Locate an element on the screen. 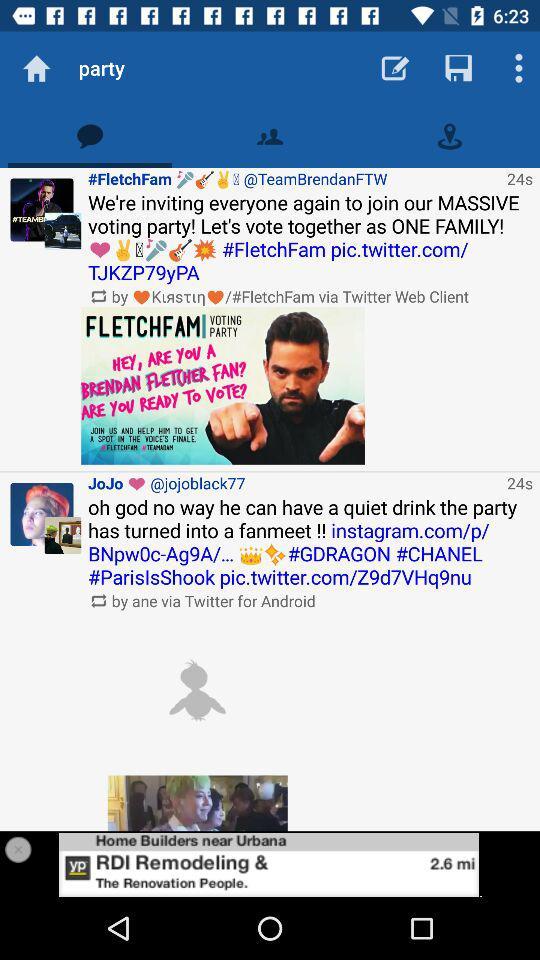  a picture is located at coordinates (197, 803).